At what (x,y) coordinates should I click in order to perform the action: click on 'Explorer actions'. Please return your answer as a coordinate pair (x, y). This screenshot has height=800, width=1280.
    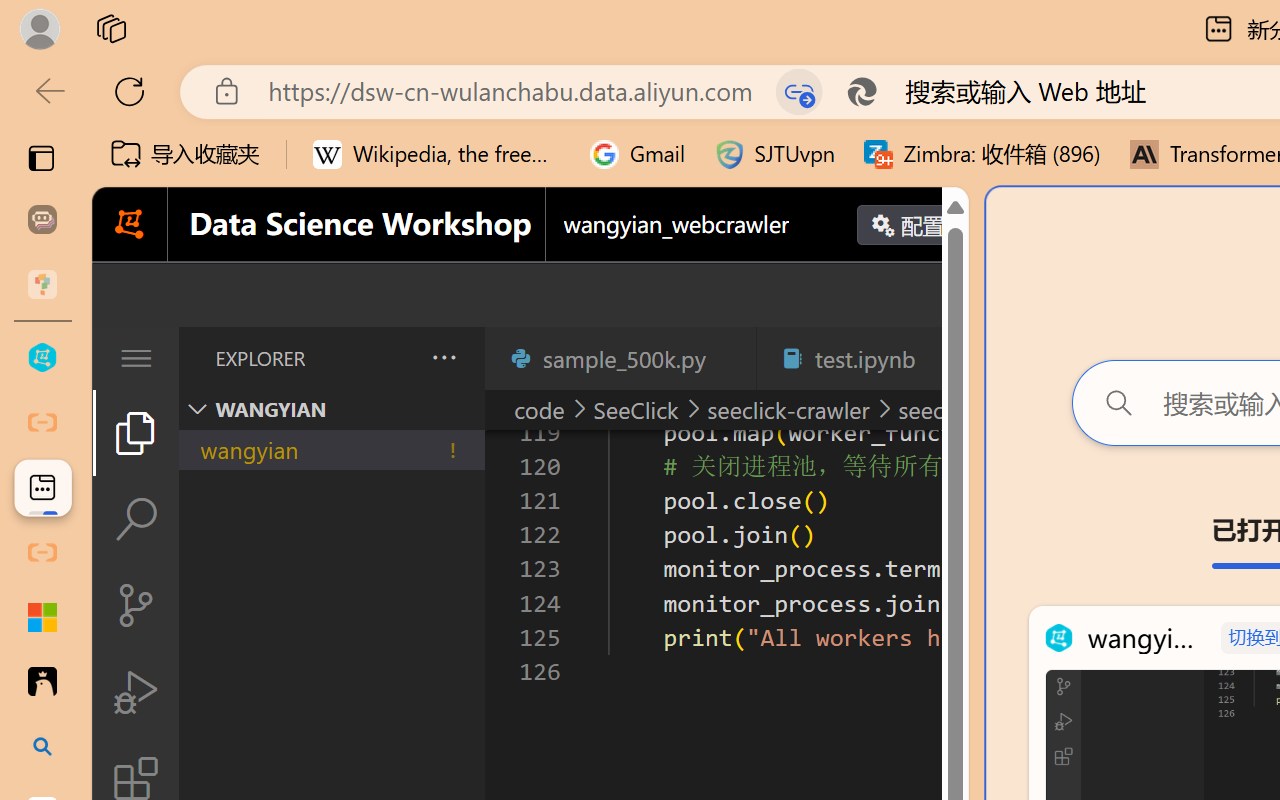
    Looking at the image, I should click on (391, 358).